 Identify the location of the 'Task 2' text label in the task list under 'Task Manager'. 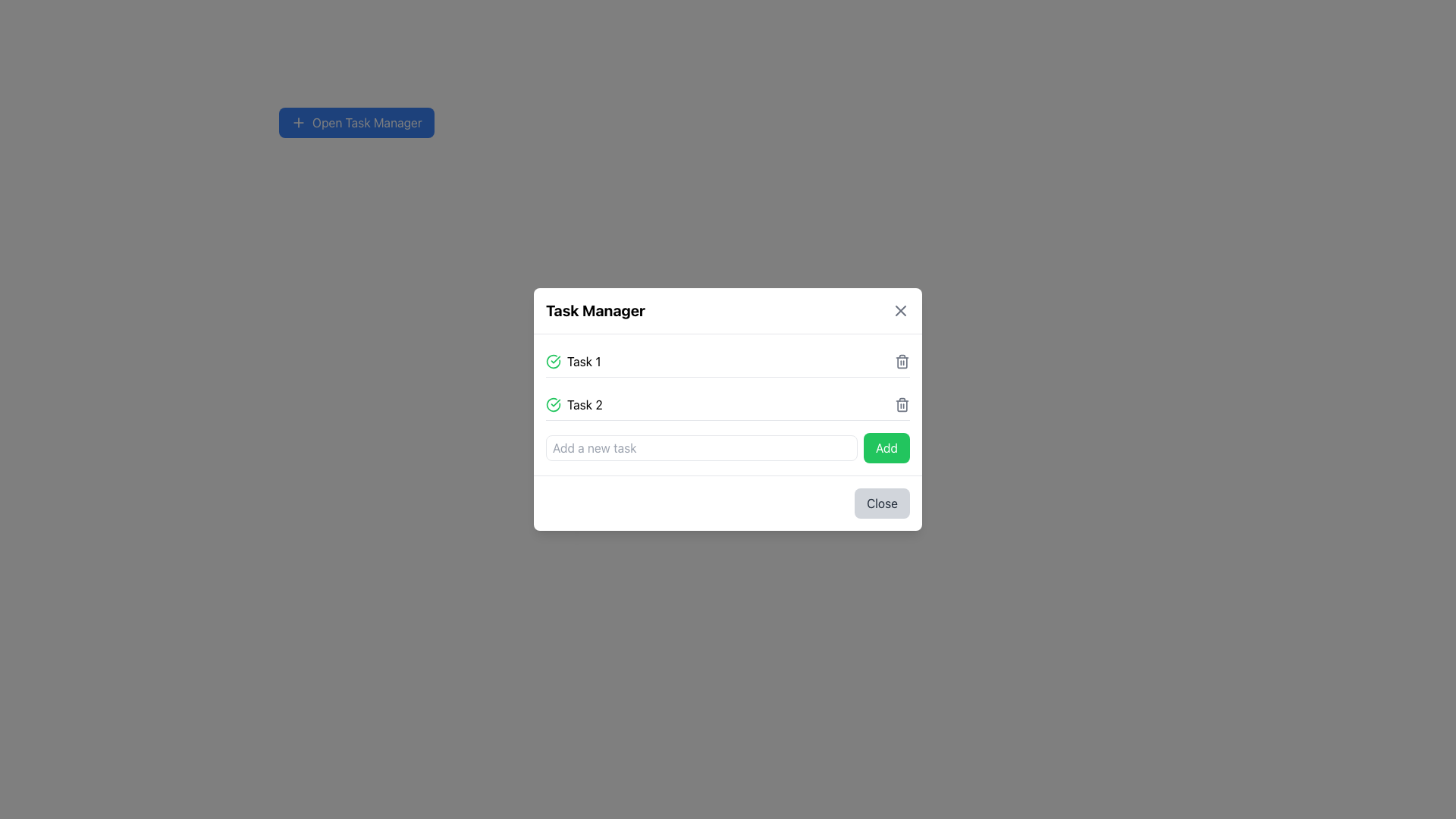
(584, 403).